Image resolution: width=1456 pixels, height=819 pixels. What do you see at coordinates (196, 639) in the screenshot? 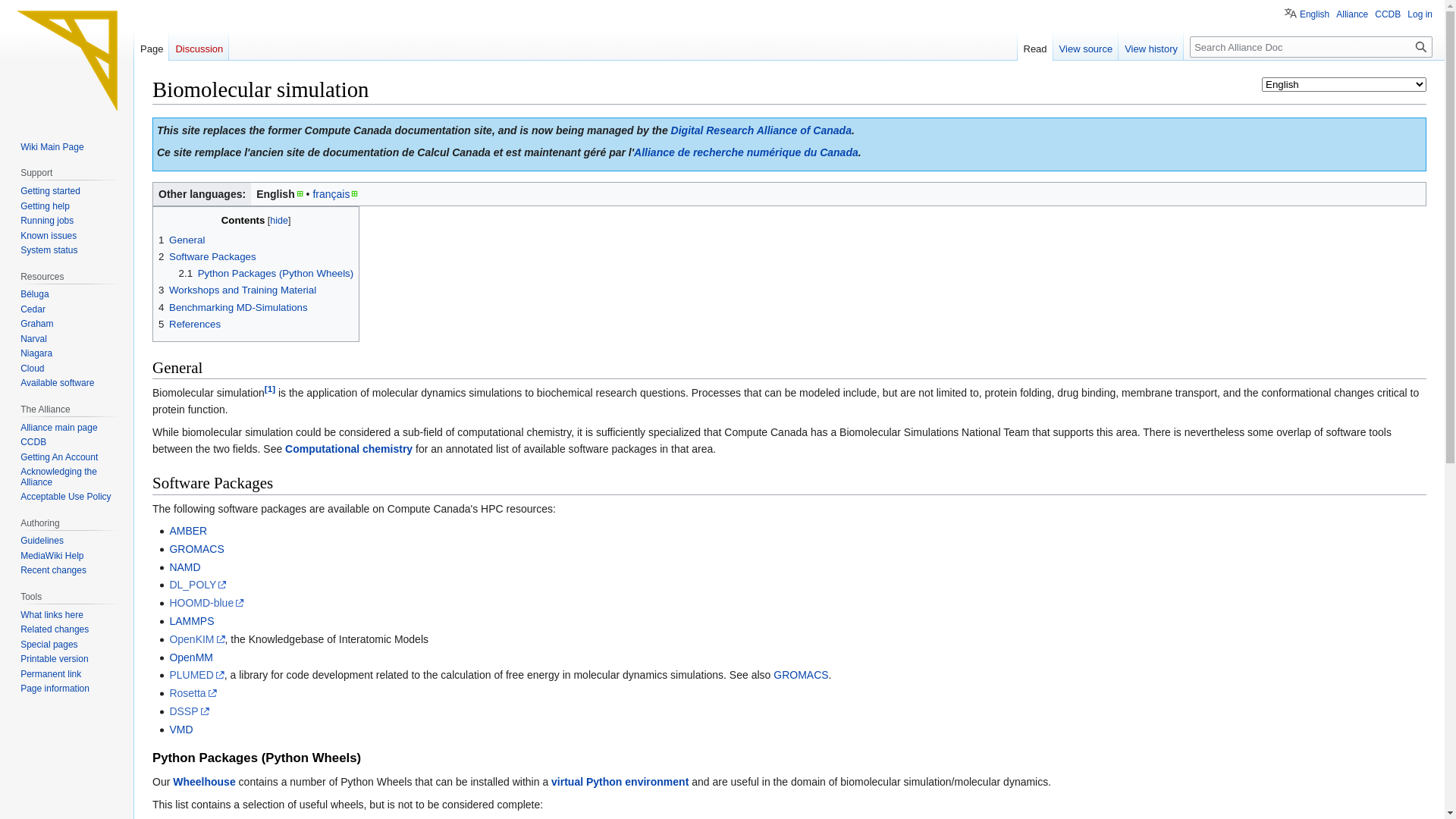
I see `'OpenKIM'` at bounding box center [196, 639].